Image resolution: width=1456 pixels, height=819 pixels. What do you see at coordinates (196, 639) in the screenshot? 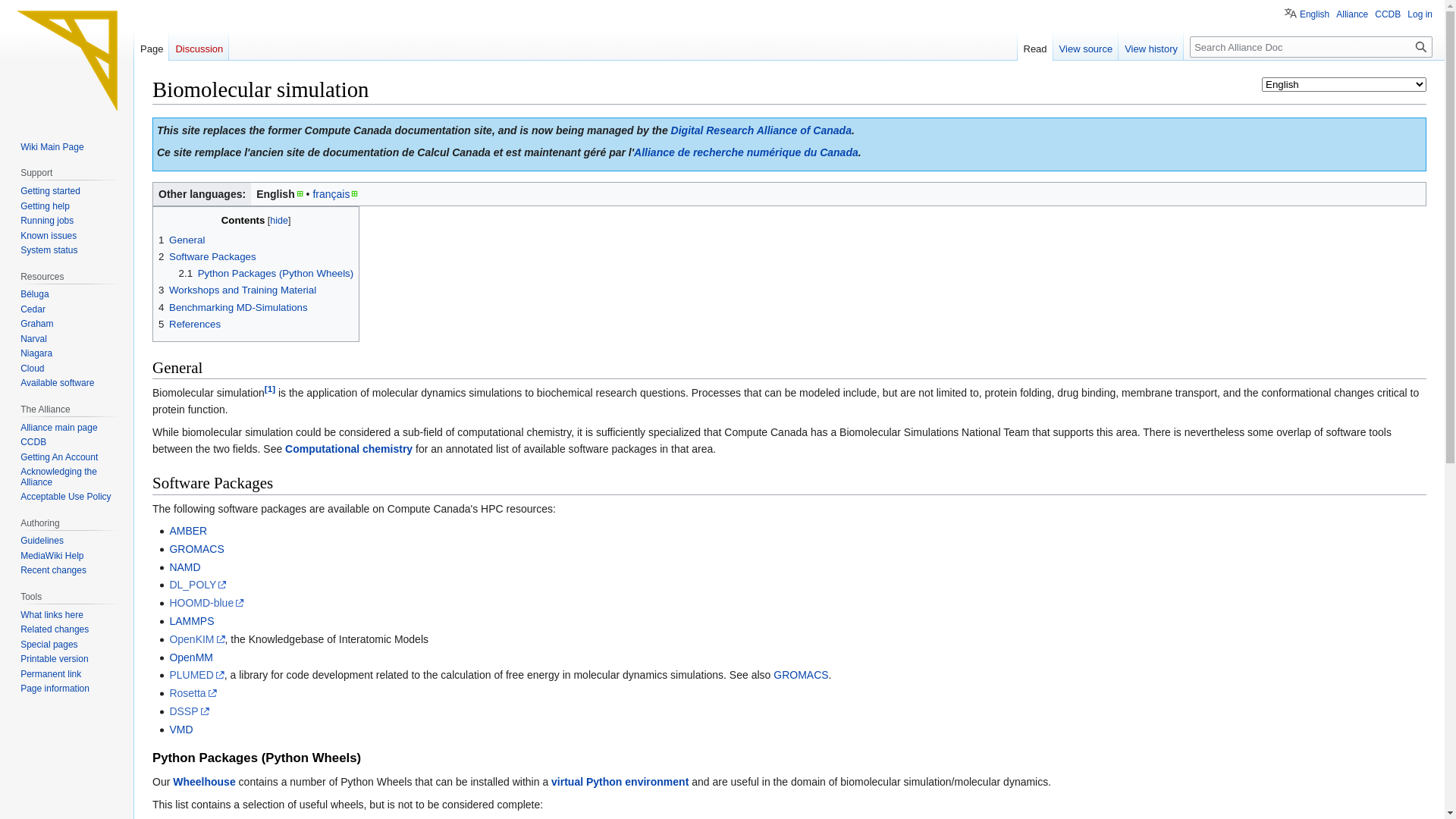
I see `'OpenKIM'` at bounding box center [196, 639].